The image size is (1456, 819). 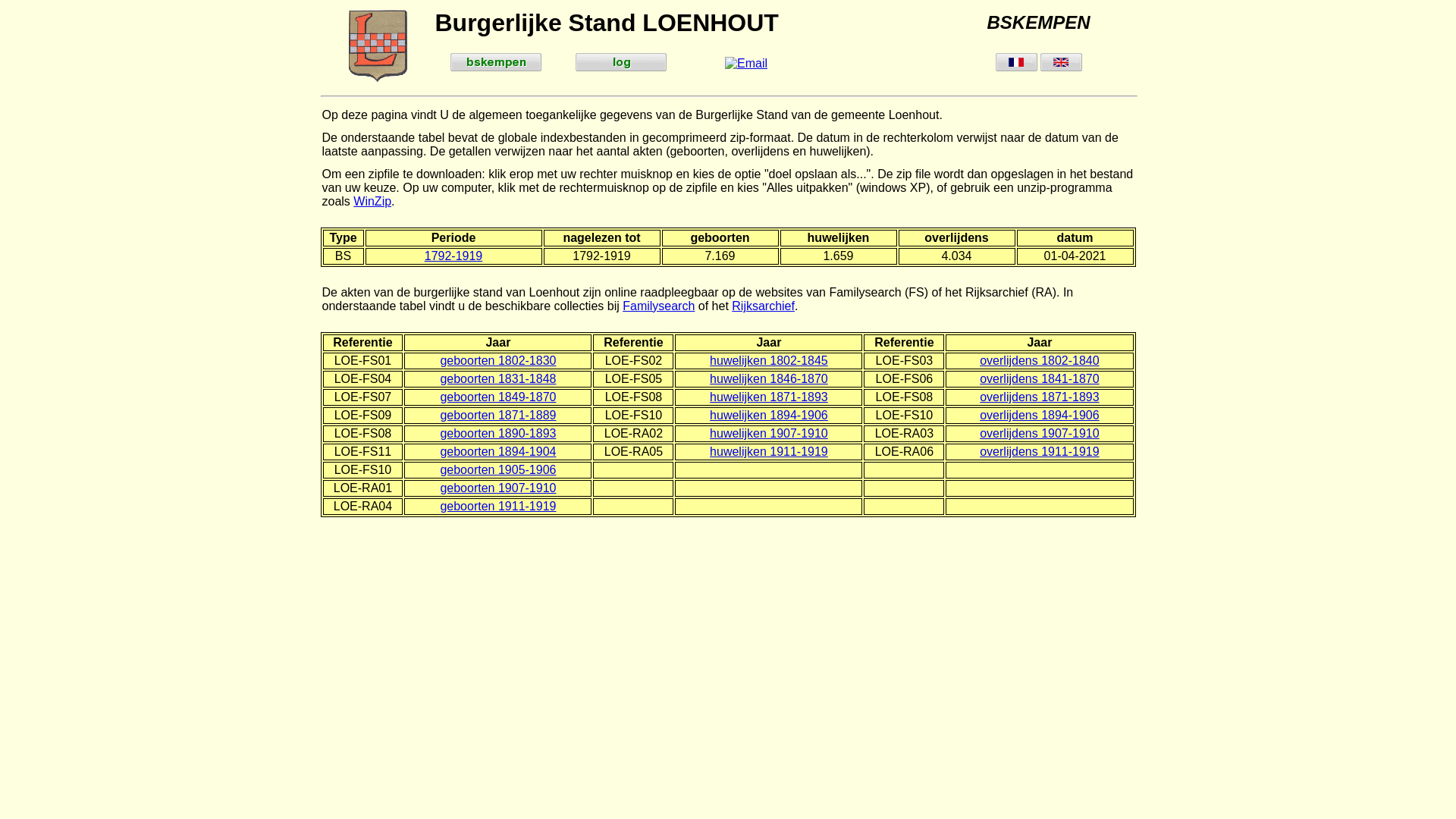 I want to click on 'WinZip', so click(x=372, y=200).